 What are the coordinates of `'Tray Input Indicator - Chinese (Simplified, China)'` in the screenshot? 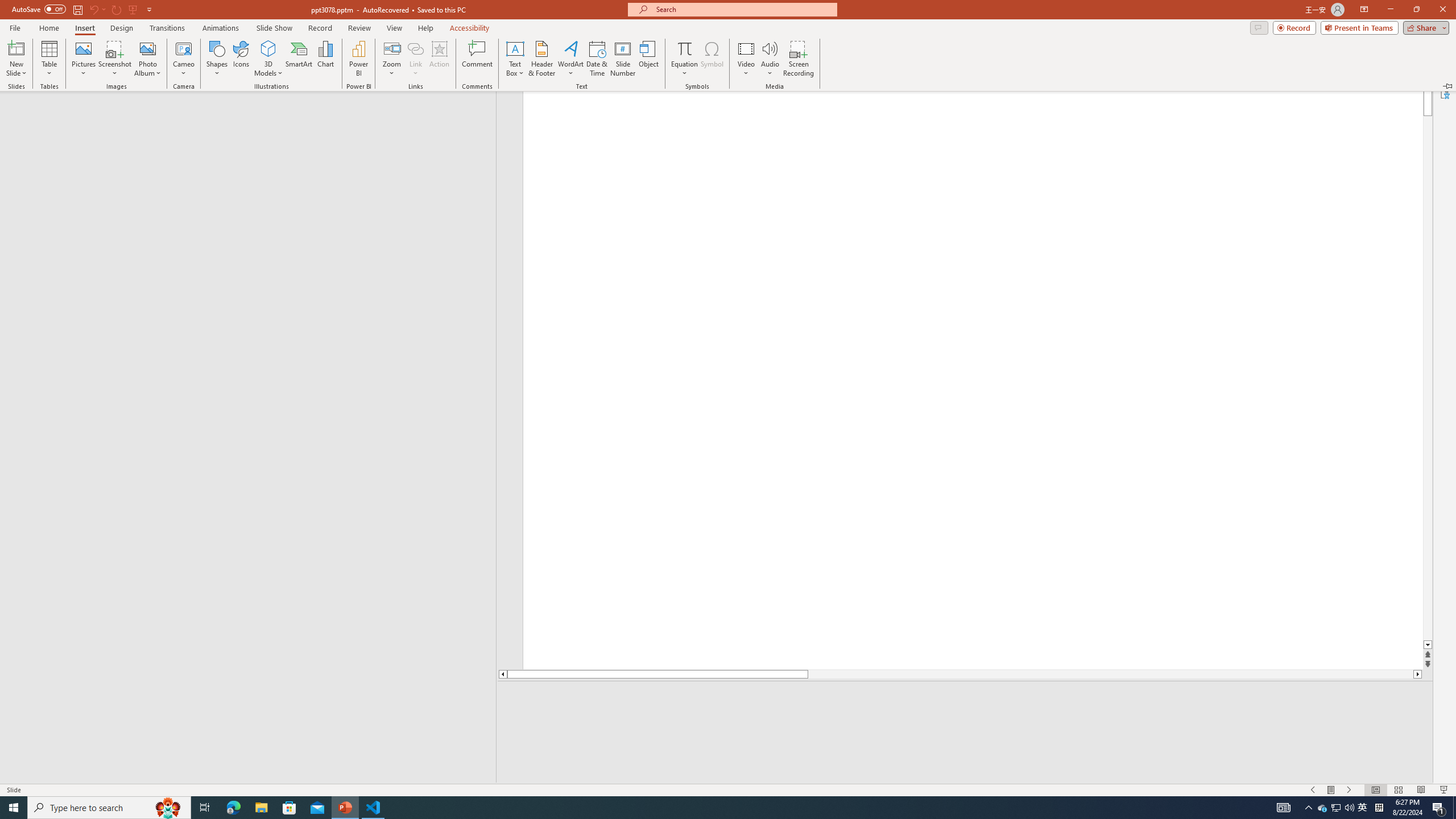 It's located at (1379, 806).